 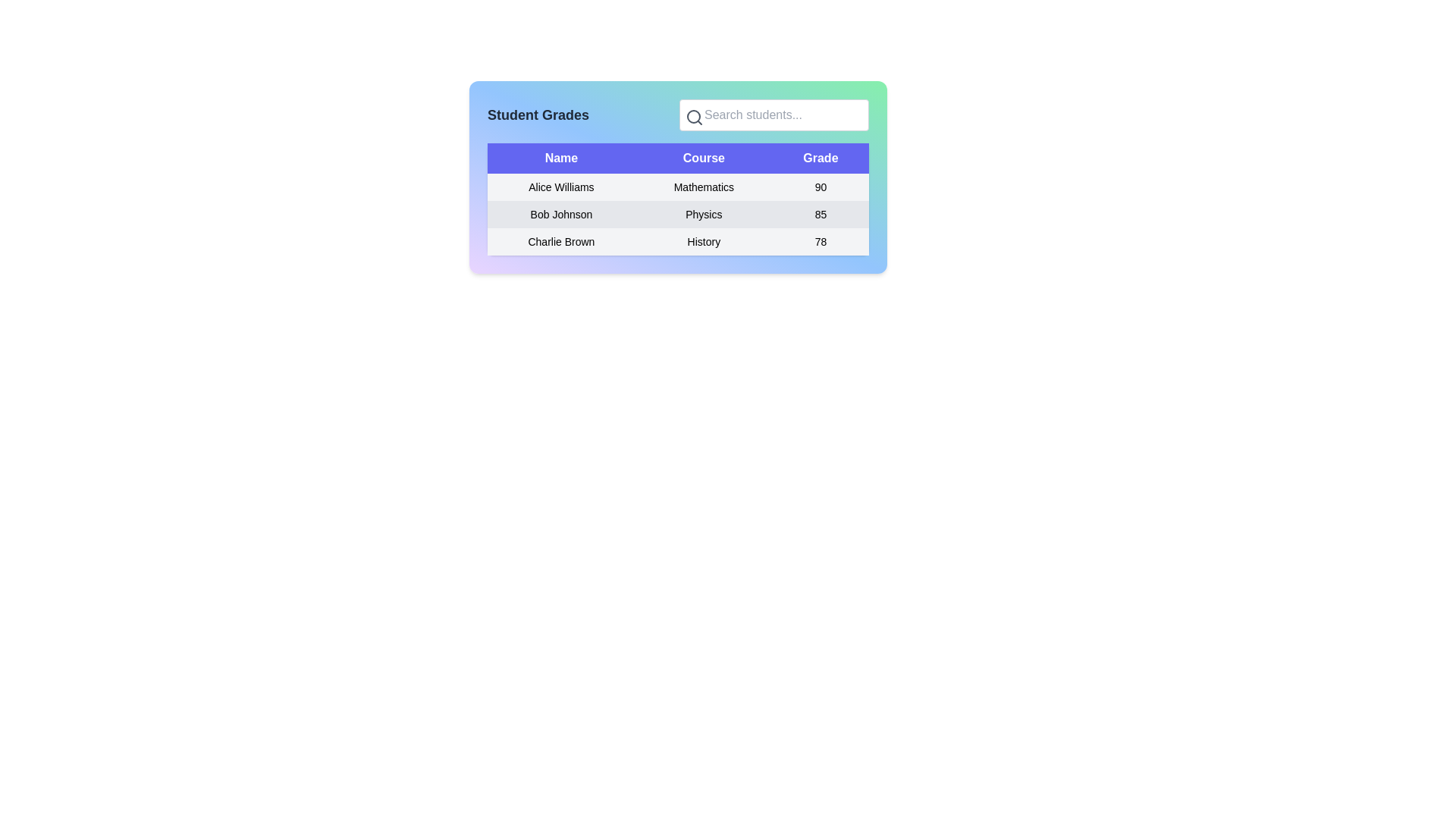 What do you see at coordinates (677, 214) in the screenshot?
I see `the second row of the table displaying information about student Bob Johnson, course Physics, and grade 85` at bounding box center [677, 214].